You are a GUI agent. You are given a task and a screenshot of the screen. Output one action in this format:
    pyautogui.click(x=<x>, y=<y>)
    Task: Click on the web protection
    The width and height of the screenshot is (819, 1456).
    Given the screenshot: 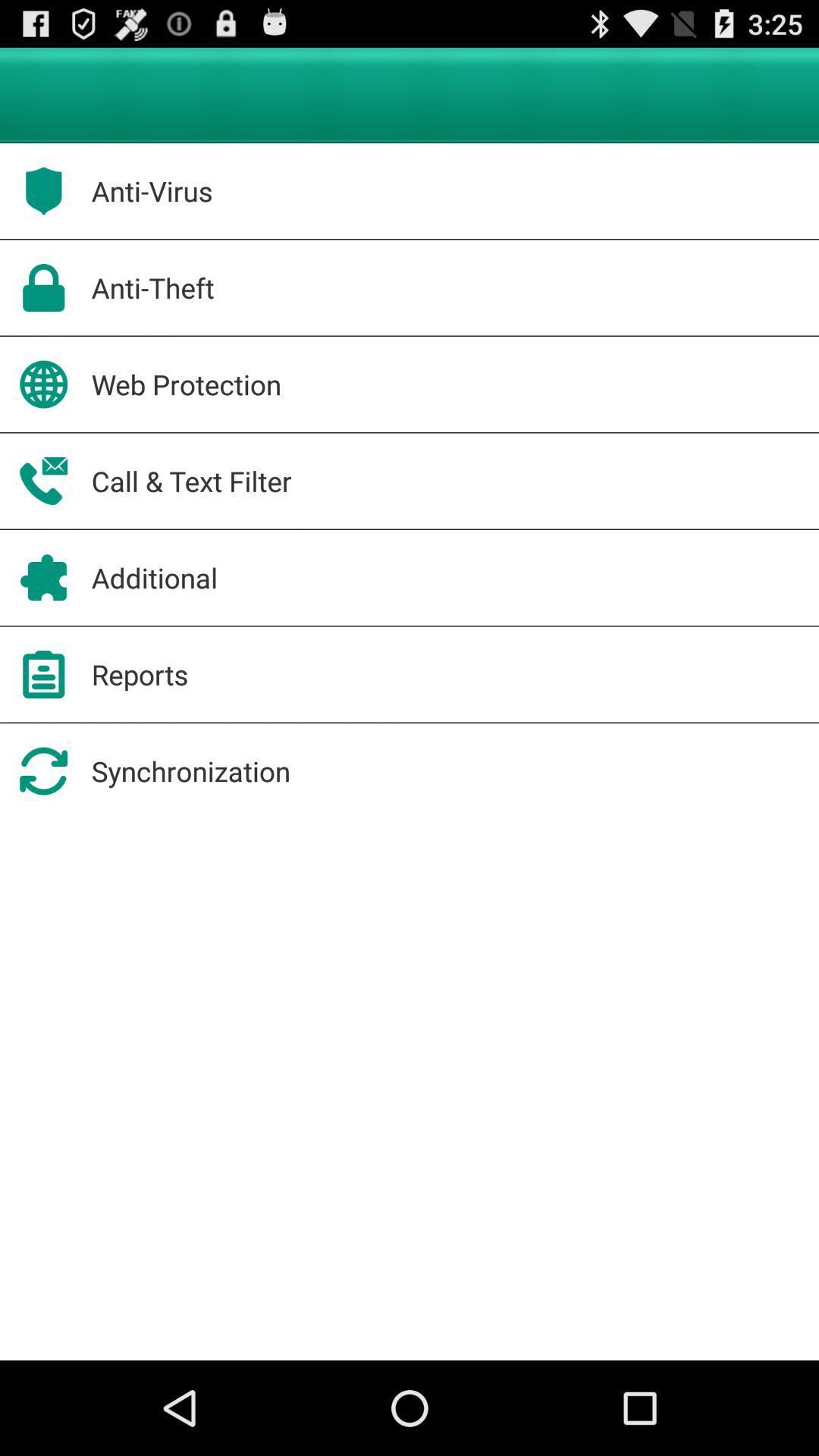 What is the action you would take?
    pyautogui.click(x=186, y=384)
    